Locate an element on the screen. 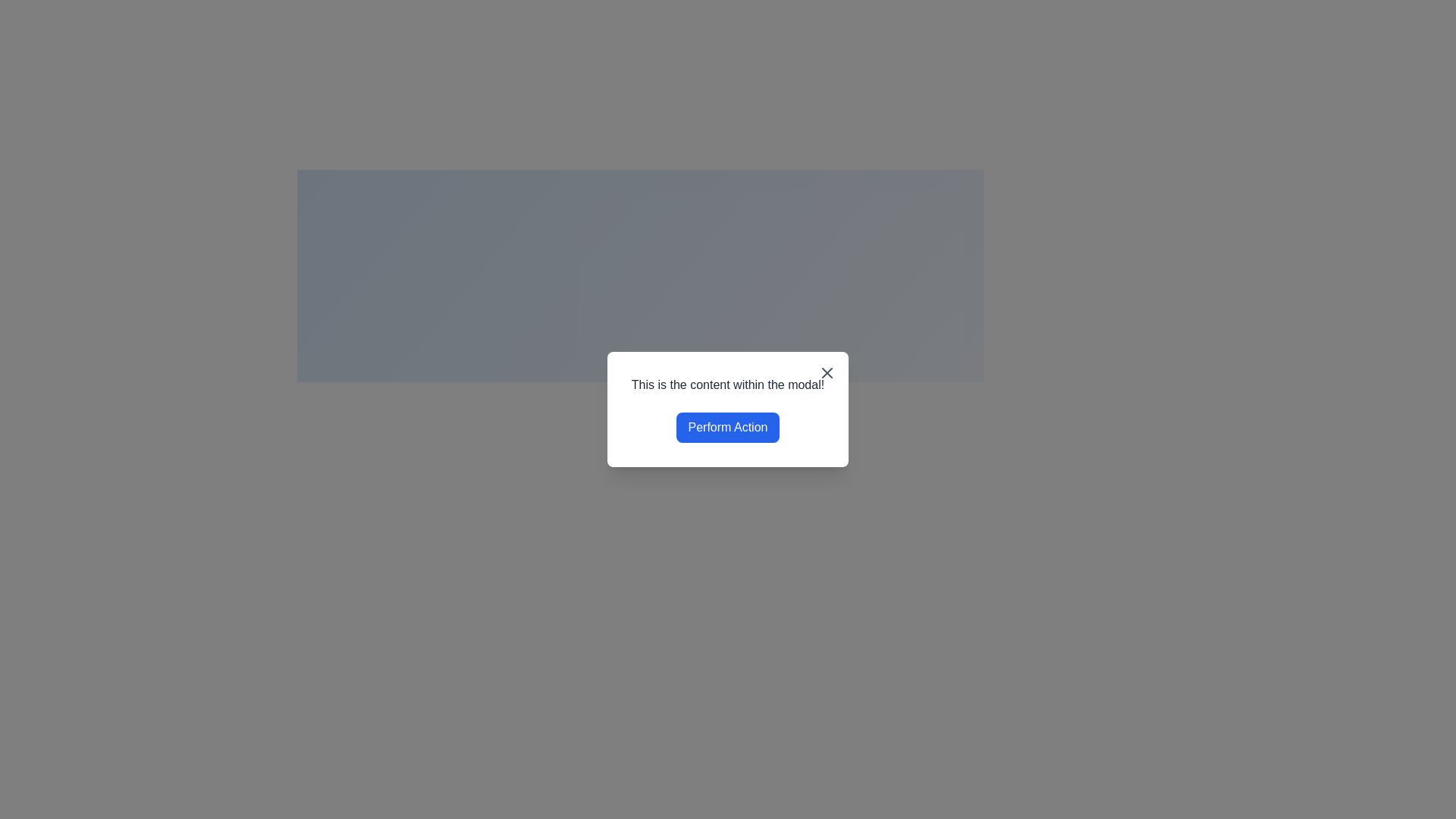  the close button represented by a cross (X) icon located in the top-right corner of the modal's header area is located at coordinates (827, 373).